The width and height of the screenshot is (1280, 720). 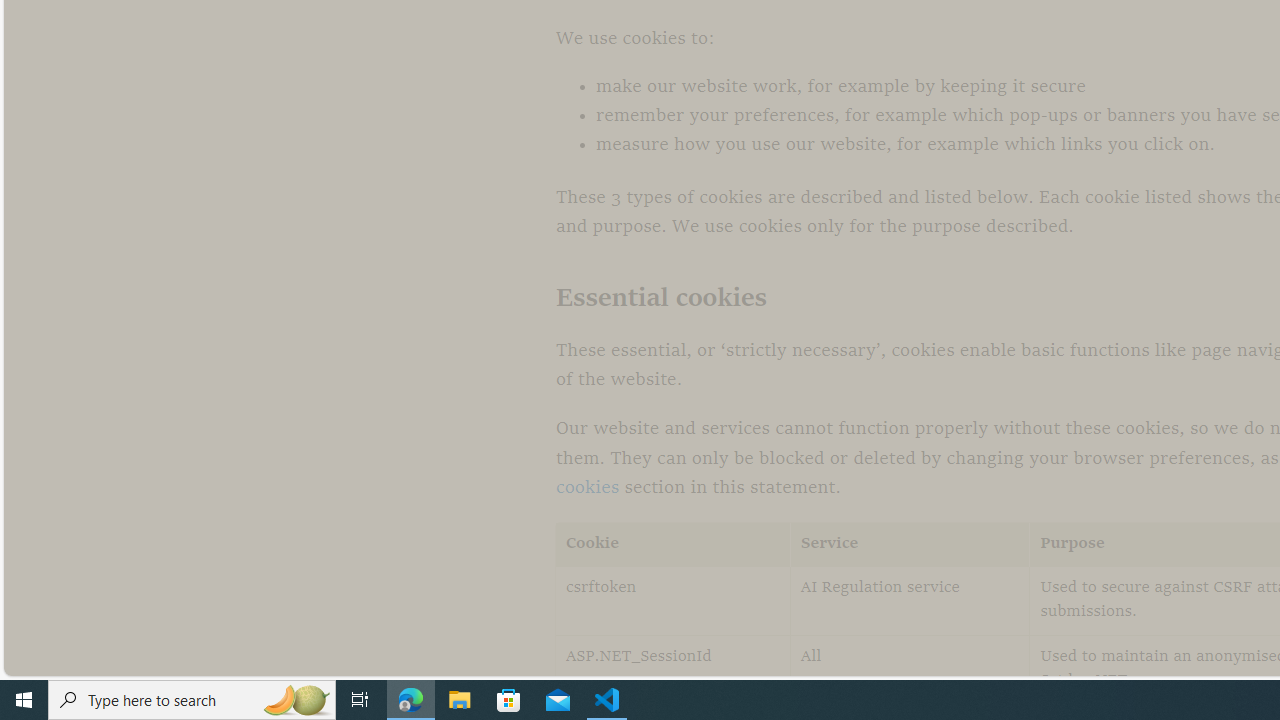 What do you see at coordinates (673, 599) in the screenshot?
I see `'csrftoken'` at bounding box center [673, 599].